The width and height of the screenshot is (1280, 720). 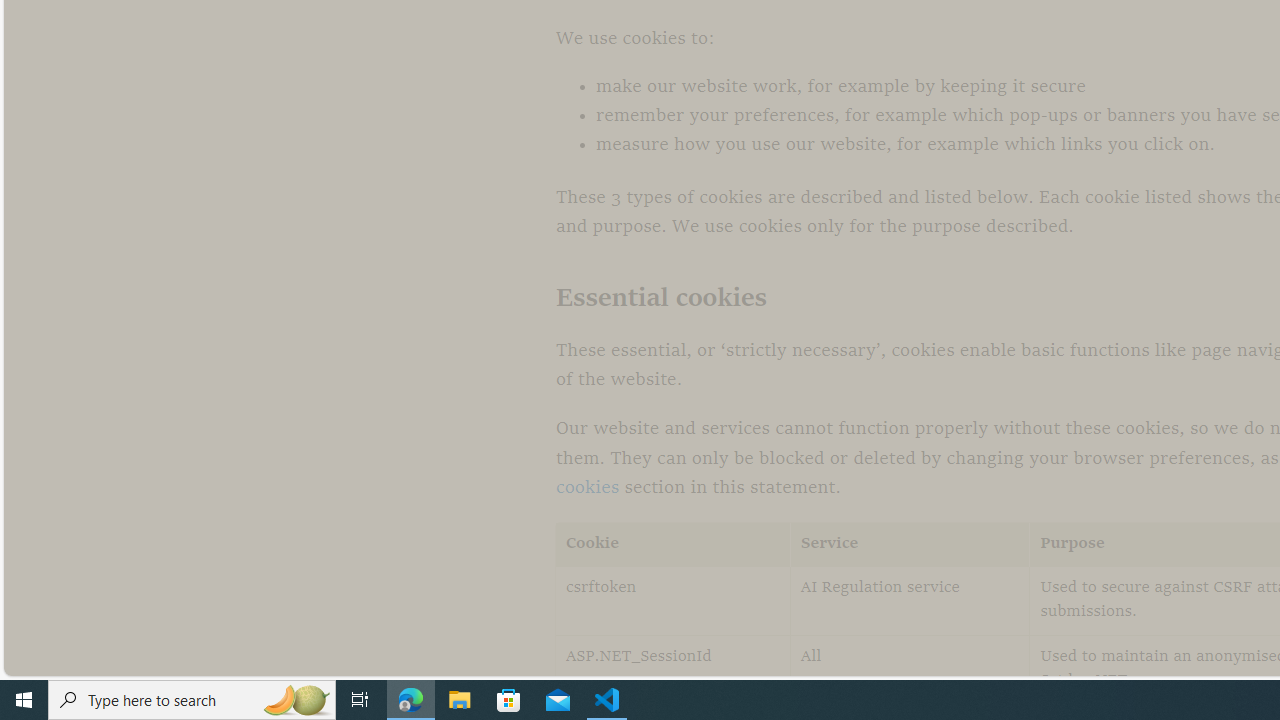 What do you see at coordinates (673, 599) in the screenshot?
I see `'csrftoken'` at bounding box center [673, 599].